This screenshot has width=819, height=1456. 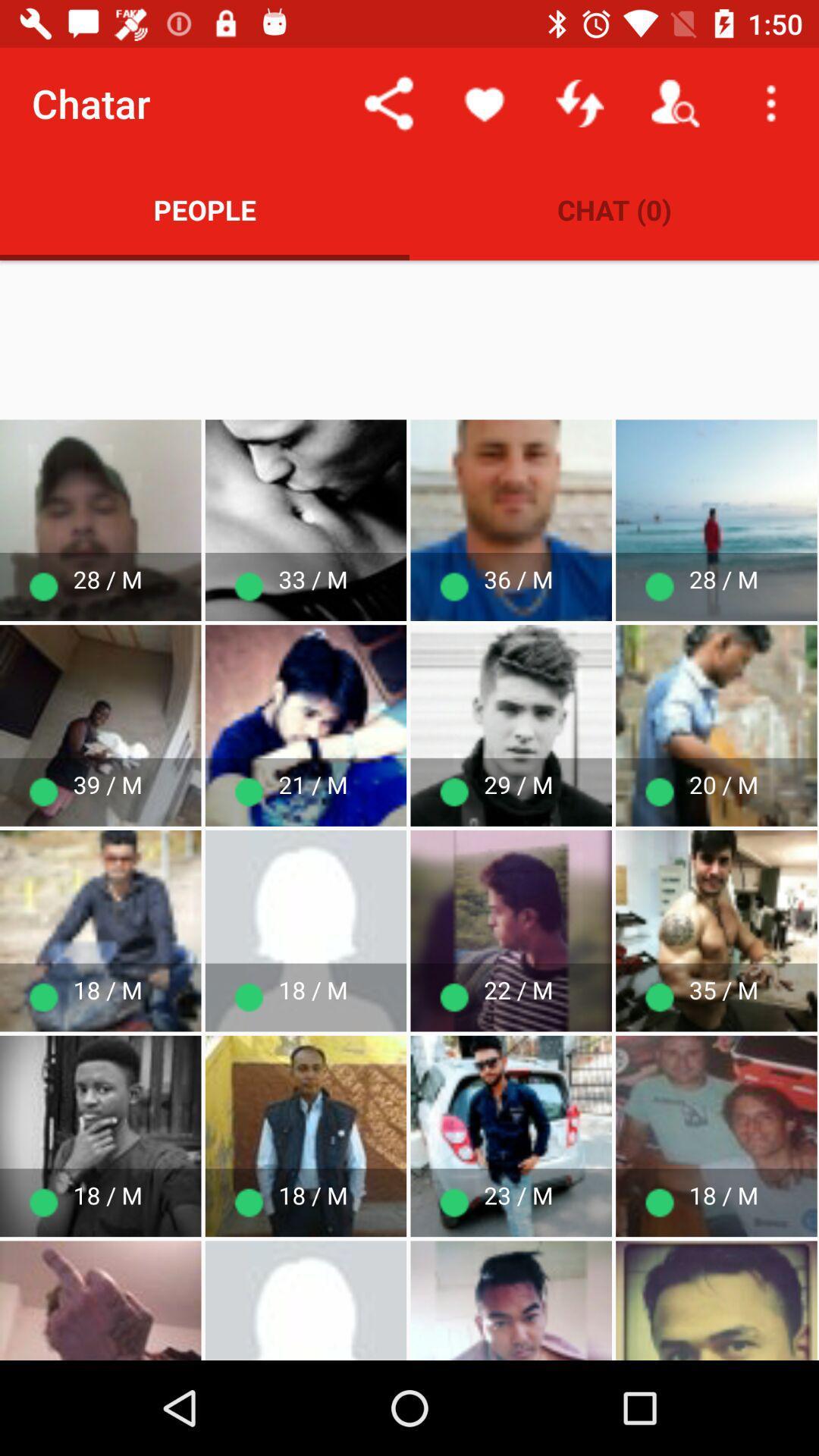 I want to click on fourth column third row image, so click(x=511, y=1136).